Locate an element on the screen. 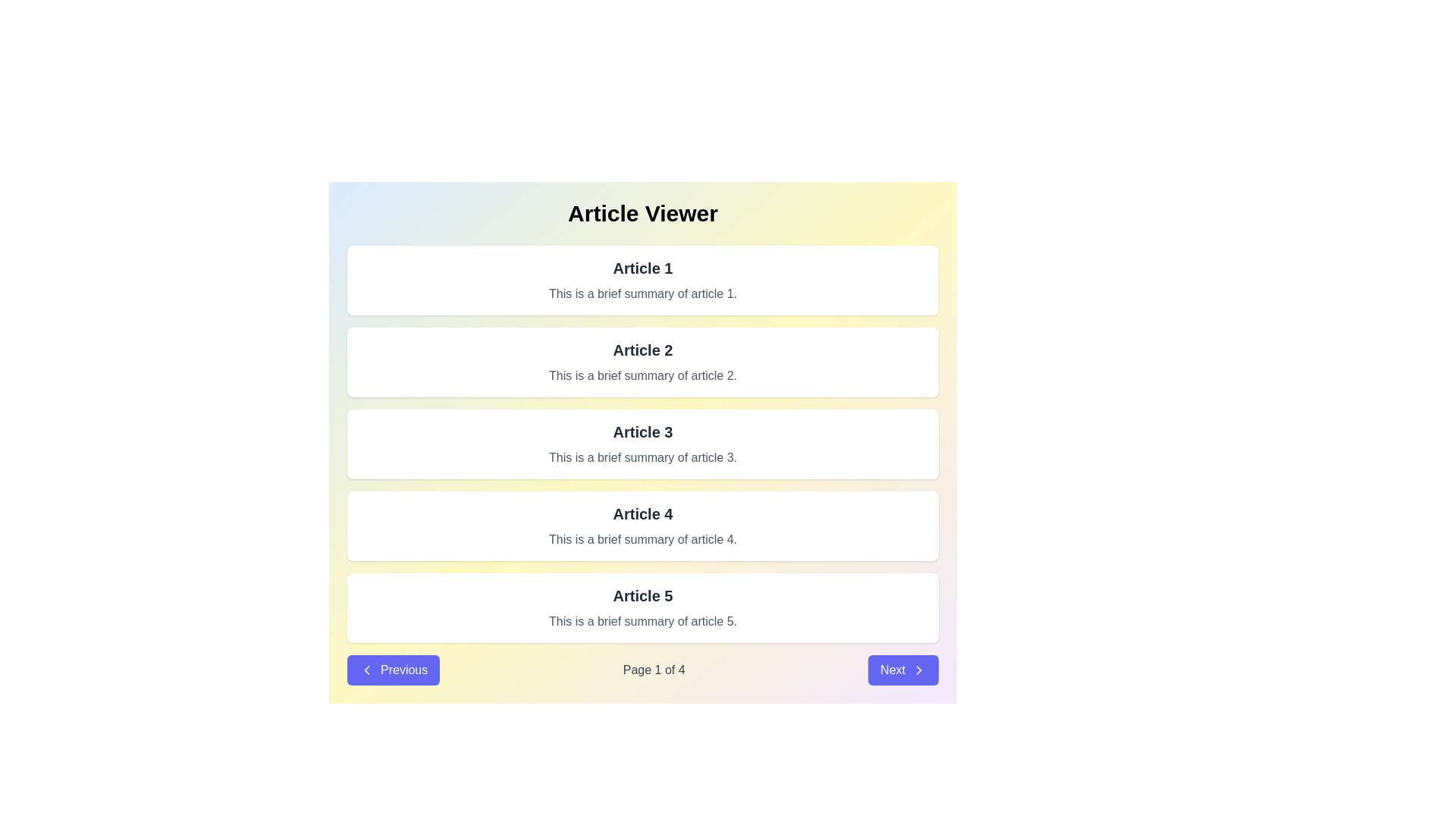  the static display card for 'Article 3', which is the third item in the vertical list under the 'Article Viewer' section is located at coordinates (643, 444).